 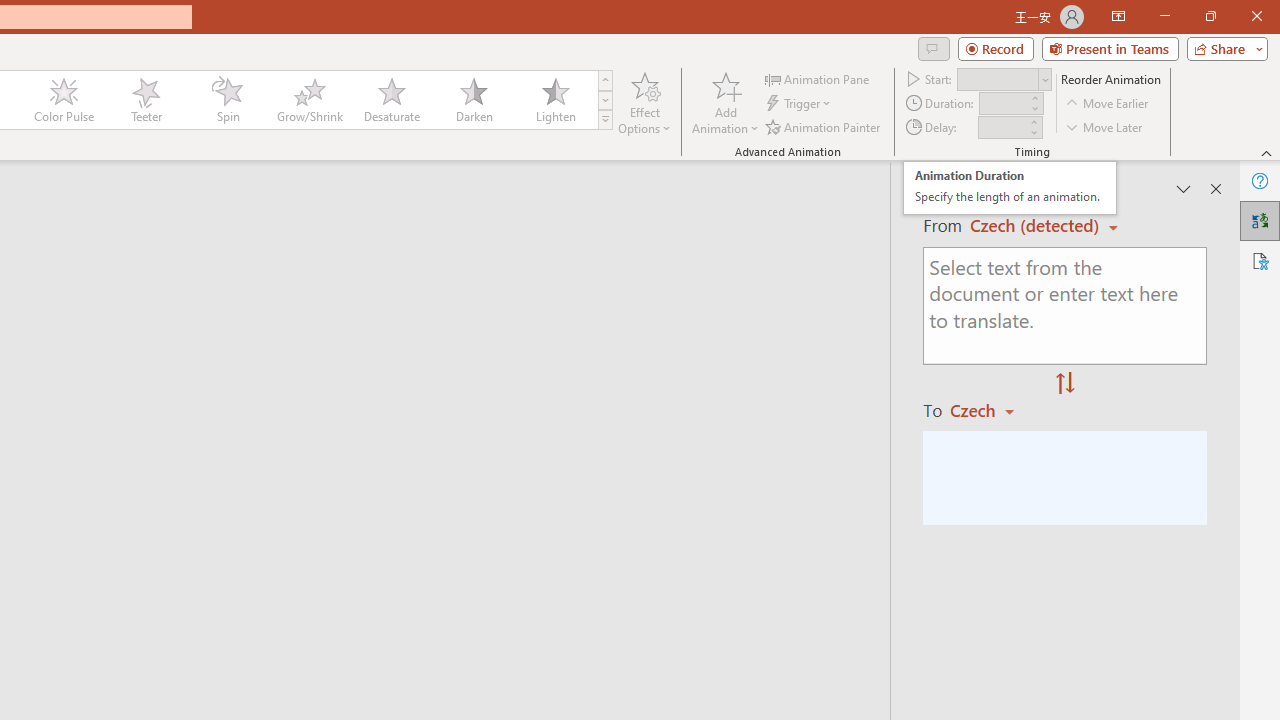 What do you see at coordinates (144, 100) in the screenshot?
I see `'Teeter'` at bounding box center [144, 100].